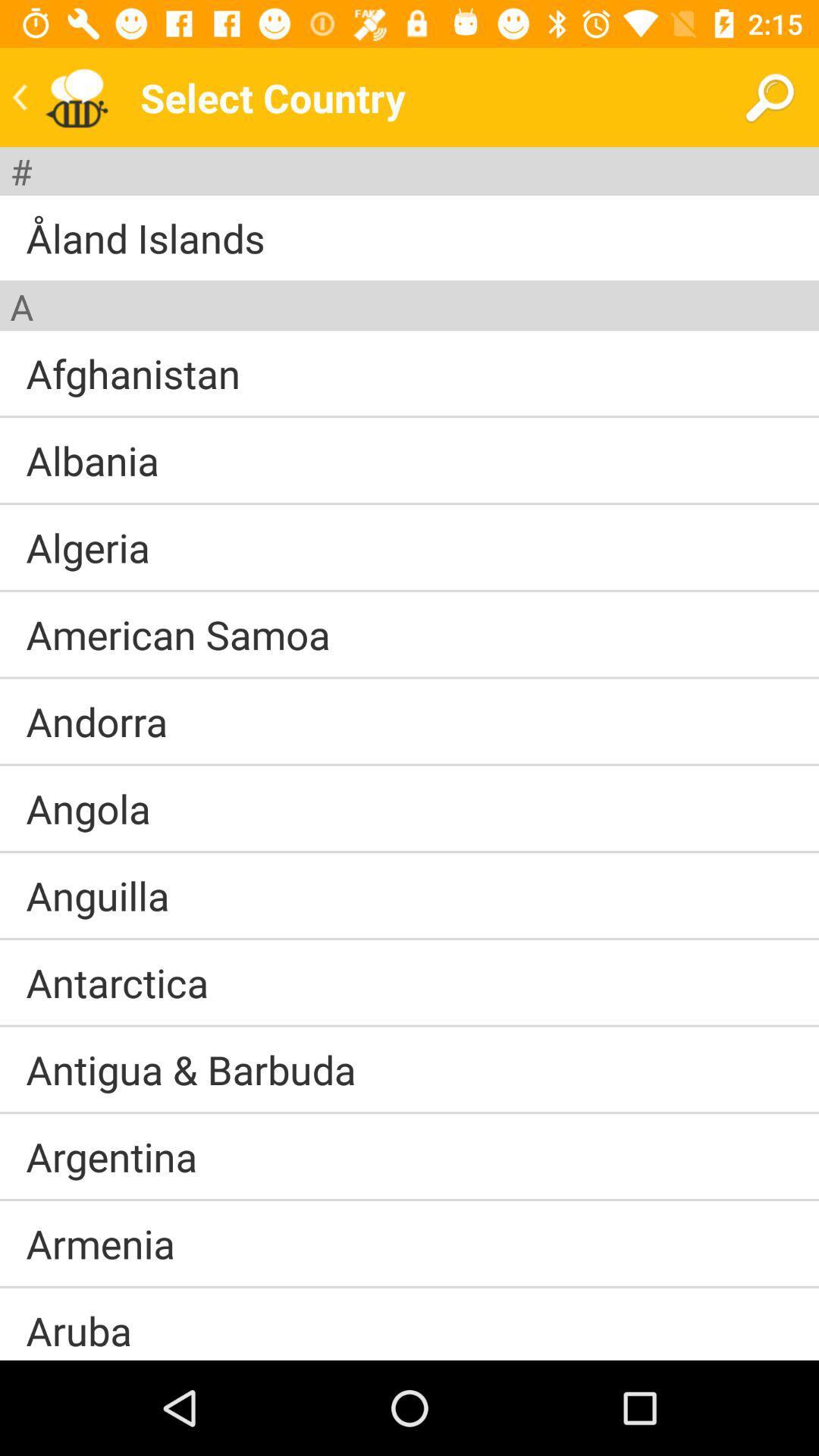  Describe the element at coordinates (409, 764) in the screenshot. I see `the item above angola icon` at that location.